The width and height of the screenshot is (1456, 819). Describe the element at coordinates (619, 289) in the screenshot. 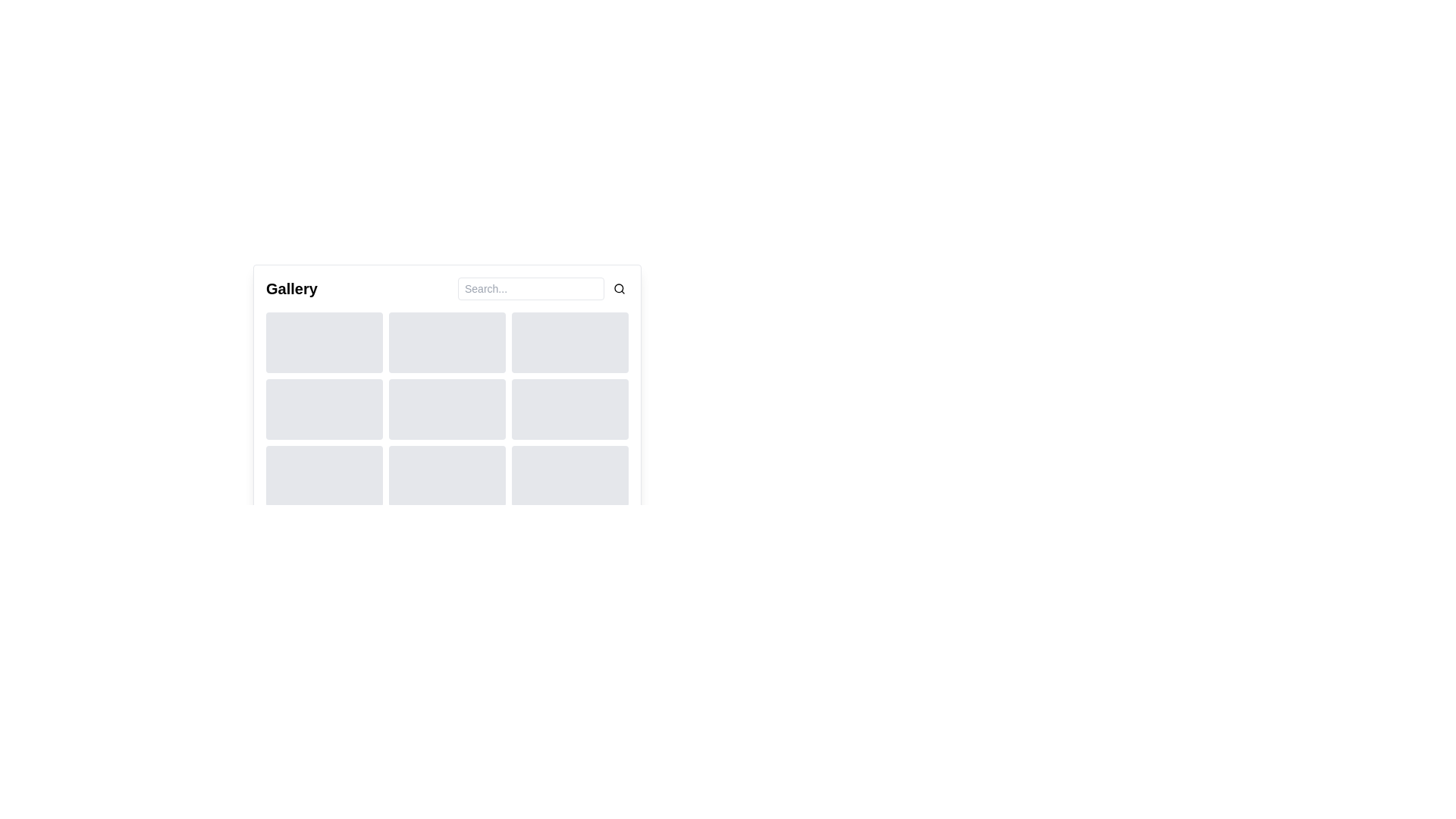

I see `the circular search button with a magnifying glass icon located to the right of the input field` at that location.